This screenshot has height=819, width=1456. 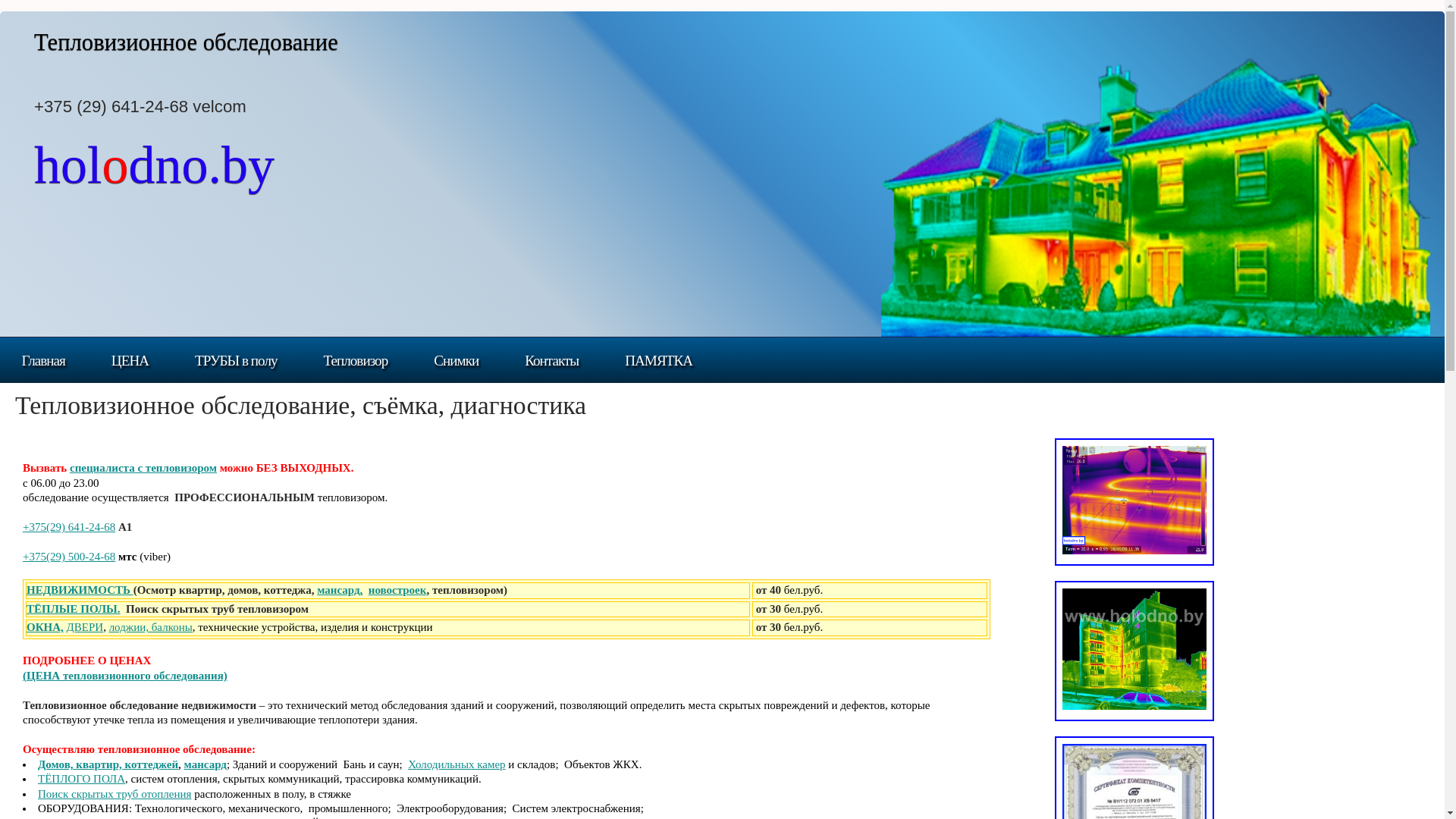 What do you see at coordinates (22, 526) in the screenshot?
I see `'+375(29) 641-24-68'` at bounding box center [22, 526].